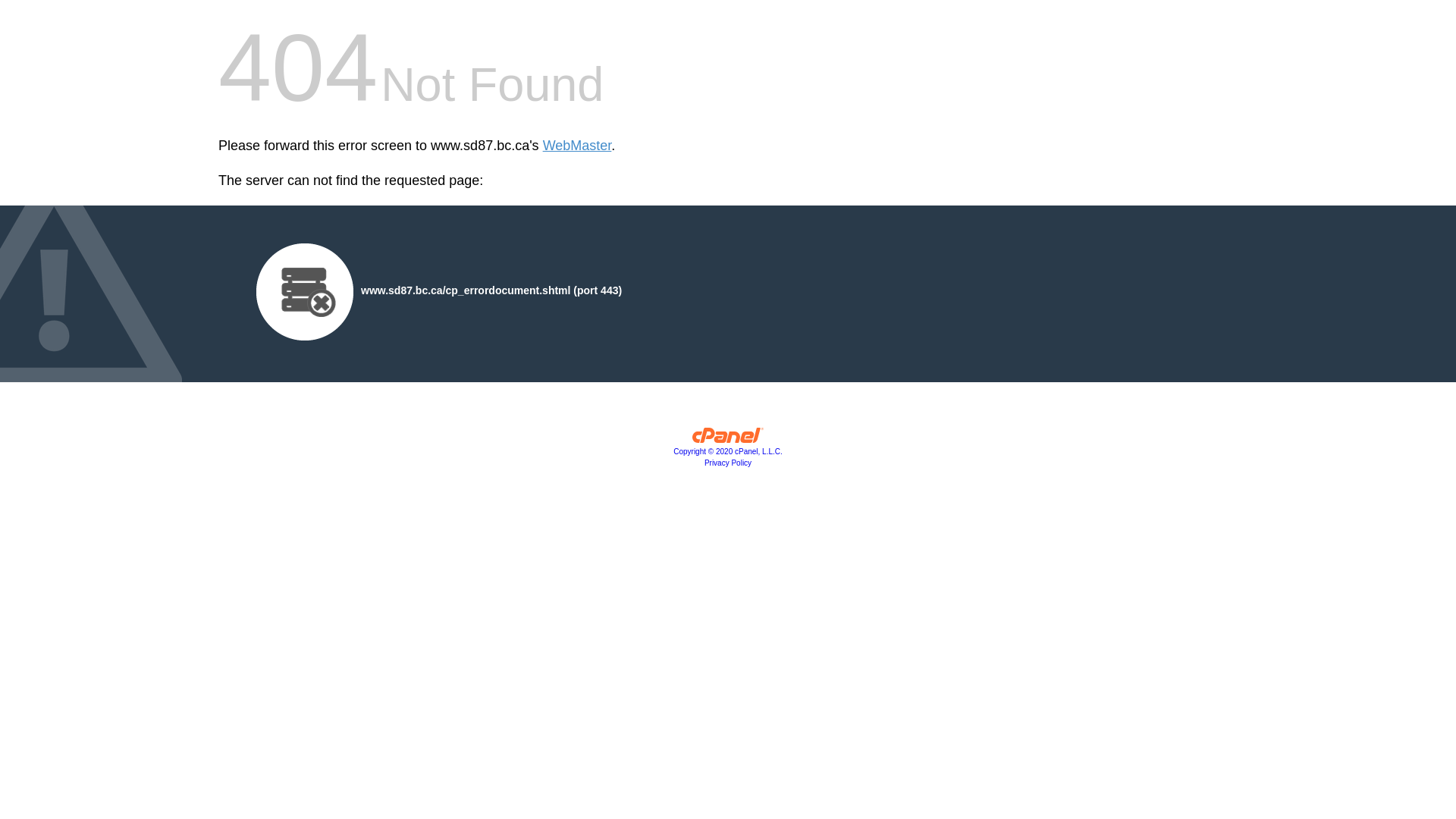 This screenshot has width=1456, height=819. What do you see at coordinates (728, 438) in the screenshot?
I see `'cPanel, Inc.'` at bounding box center [728, 438].